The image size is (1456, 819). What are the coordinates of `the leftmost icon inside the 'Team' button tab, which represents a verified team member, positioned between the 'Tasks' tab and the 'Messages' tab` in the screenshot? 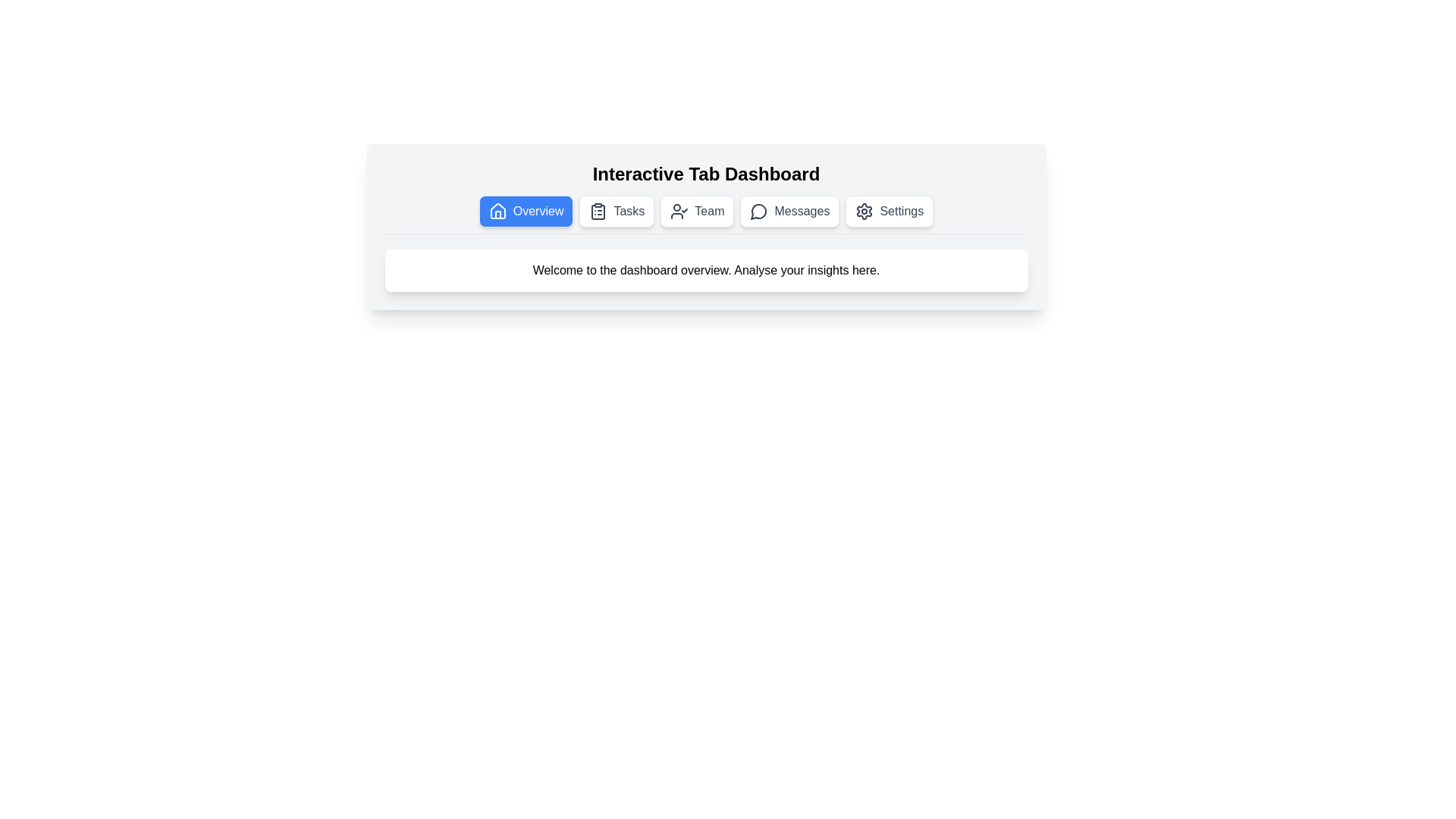 It's located at (679, 211).